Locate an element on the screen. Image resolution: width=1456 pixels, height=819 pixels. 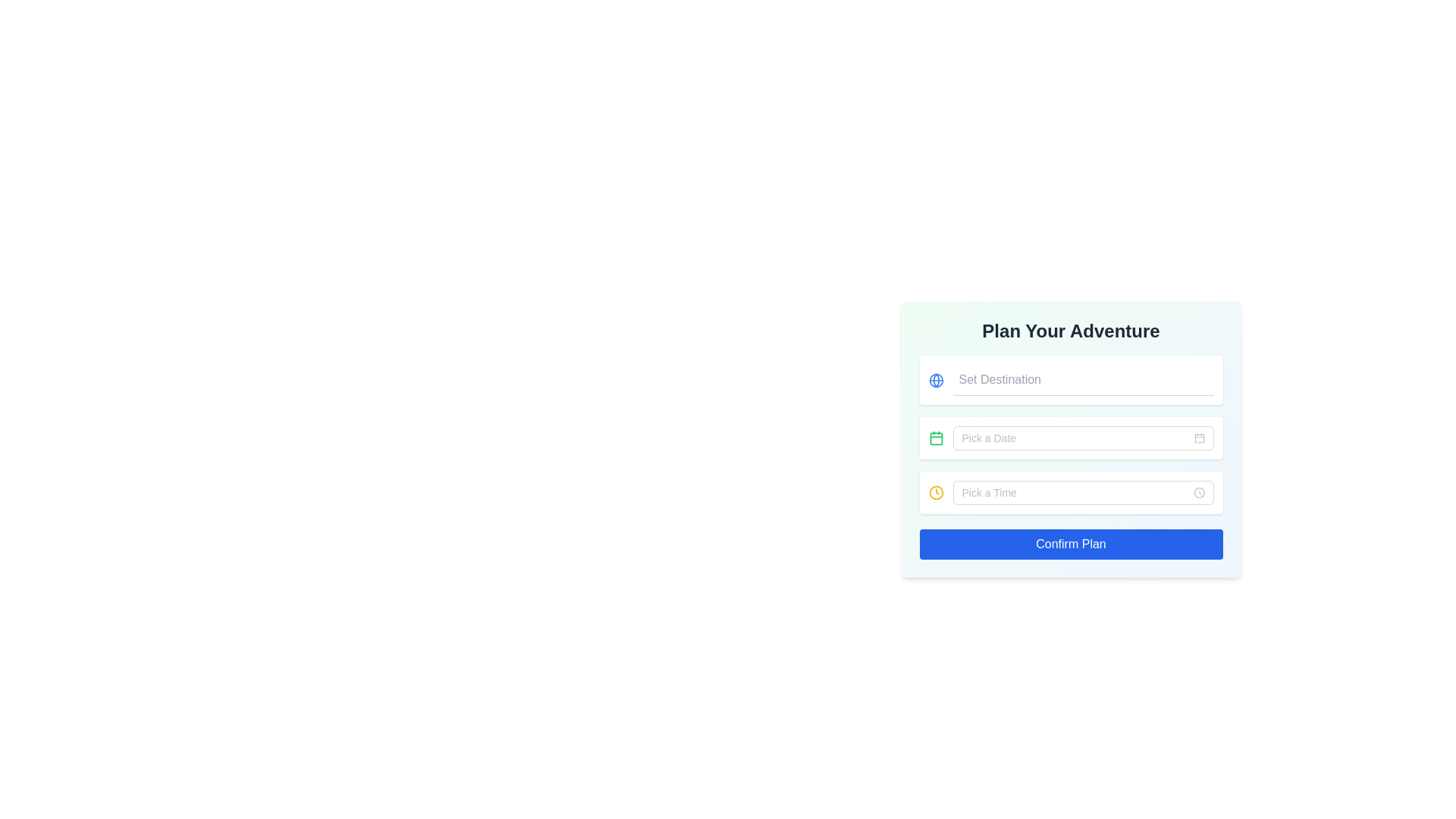
the globe icon that represents geography or travel, located to the left of the 'Set Destination' text input field is located at coordinates (935, 379).